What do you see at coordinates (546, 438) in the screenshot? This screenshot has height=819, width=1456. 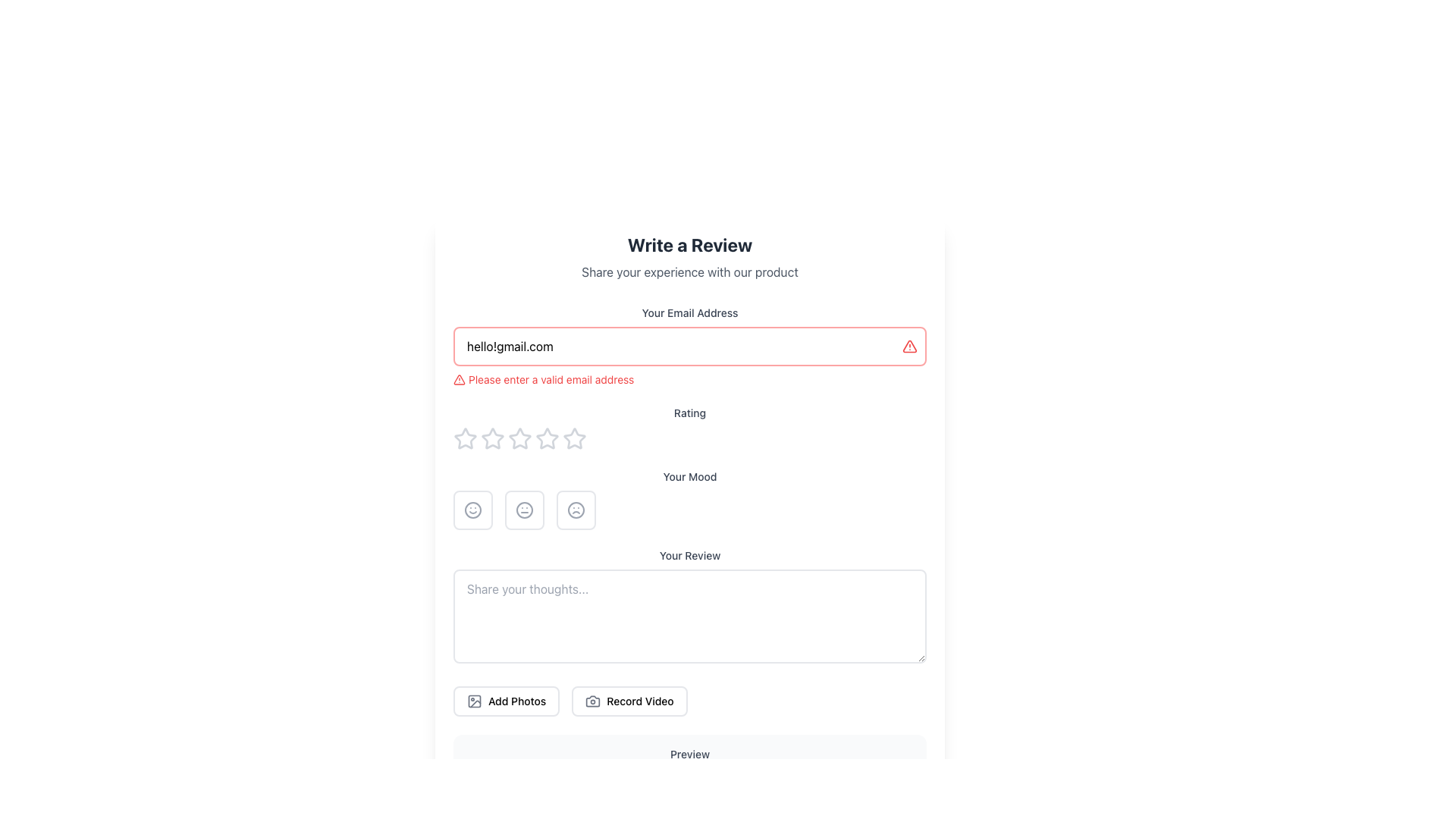 I see `the fourth star in the horizontal lineup of five star-shaped icons to set a rating of 4 out of 5` at bounding box center [546, 438].